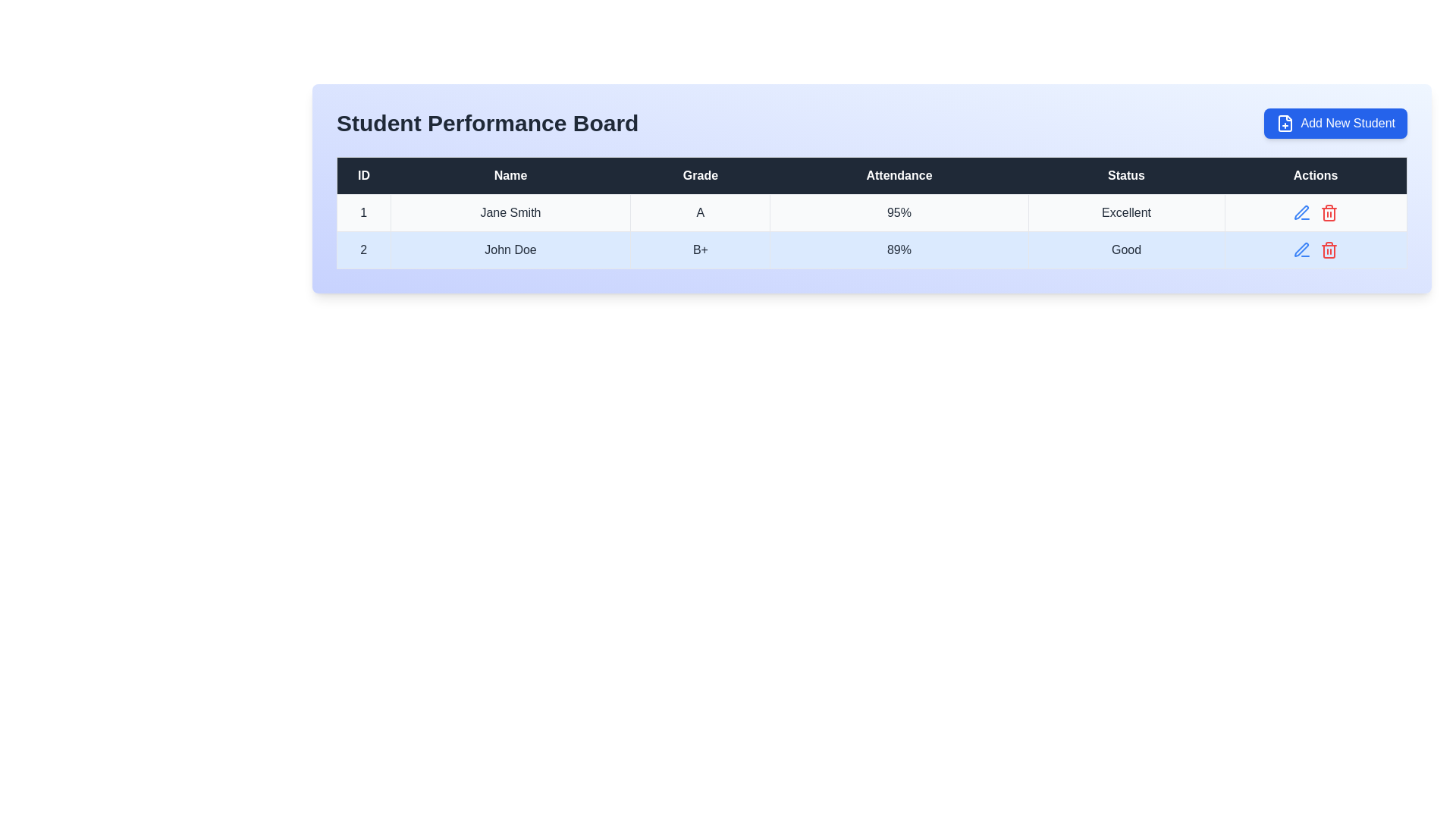  I want to click on the bold 'A' in the 'Grade' column for student Jane Smith, located in the third cell of the row, so click(699, 213).